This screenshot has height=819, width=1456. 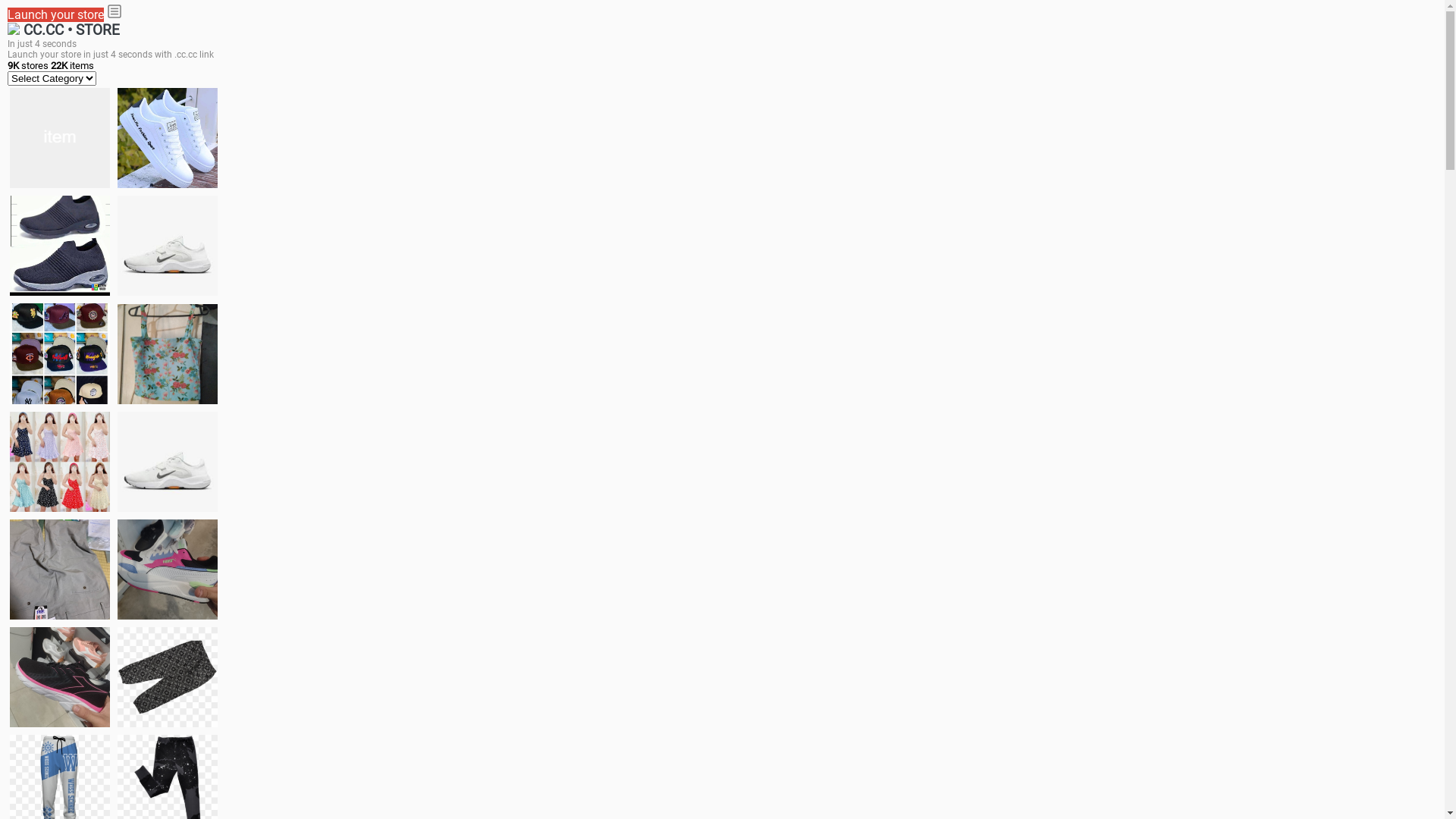 I want to click on 'shoes for boys', so click(x=10, y=245).